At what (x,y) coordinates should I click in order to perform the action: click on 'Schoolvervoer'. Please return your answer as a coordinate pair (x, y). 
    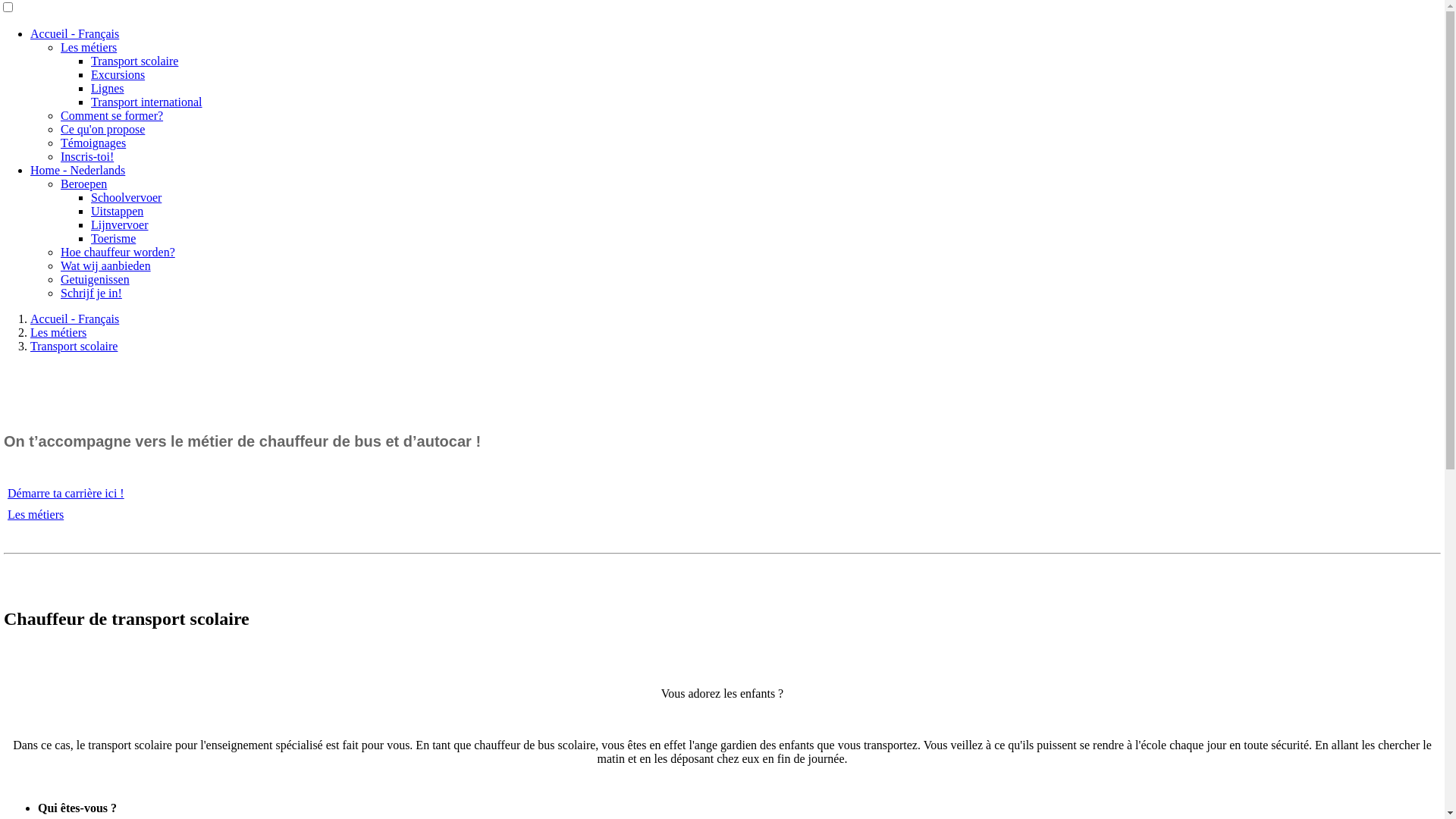
    Looking at the image, I should click on (126, 196).